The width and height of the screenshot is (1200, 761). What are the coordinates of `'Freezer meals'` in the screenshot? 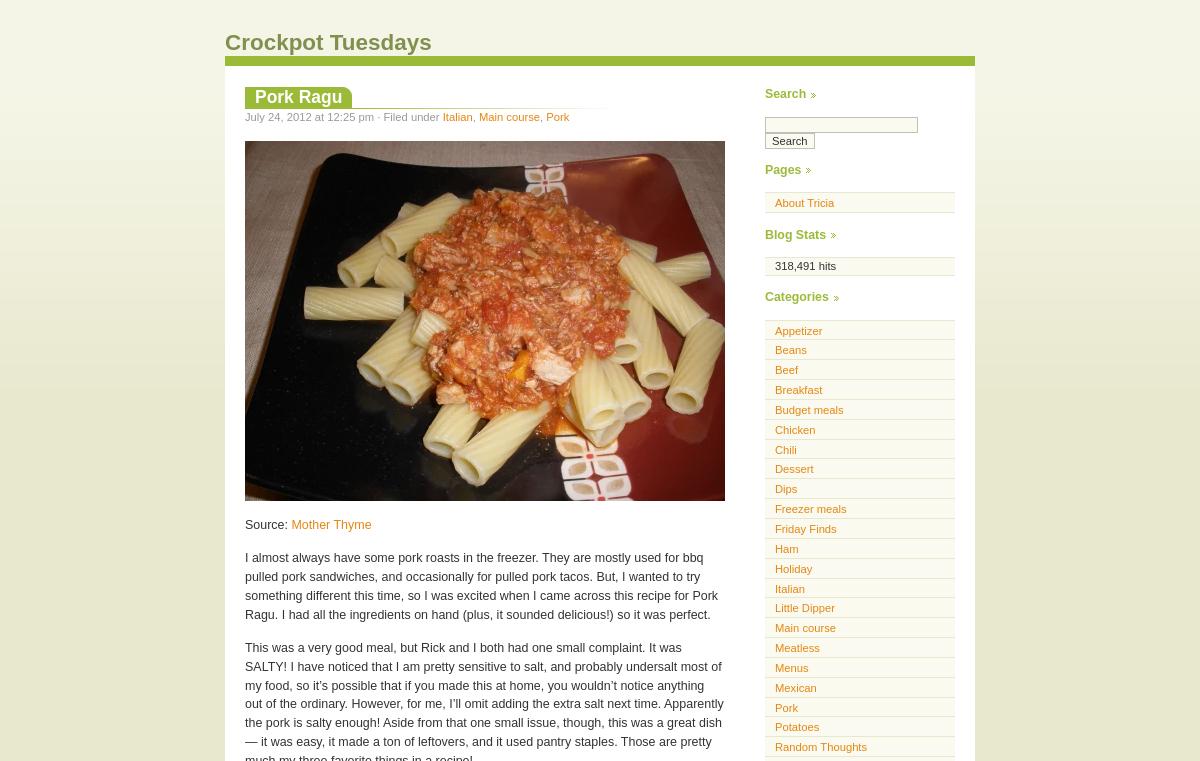 It's located at (809, 508).